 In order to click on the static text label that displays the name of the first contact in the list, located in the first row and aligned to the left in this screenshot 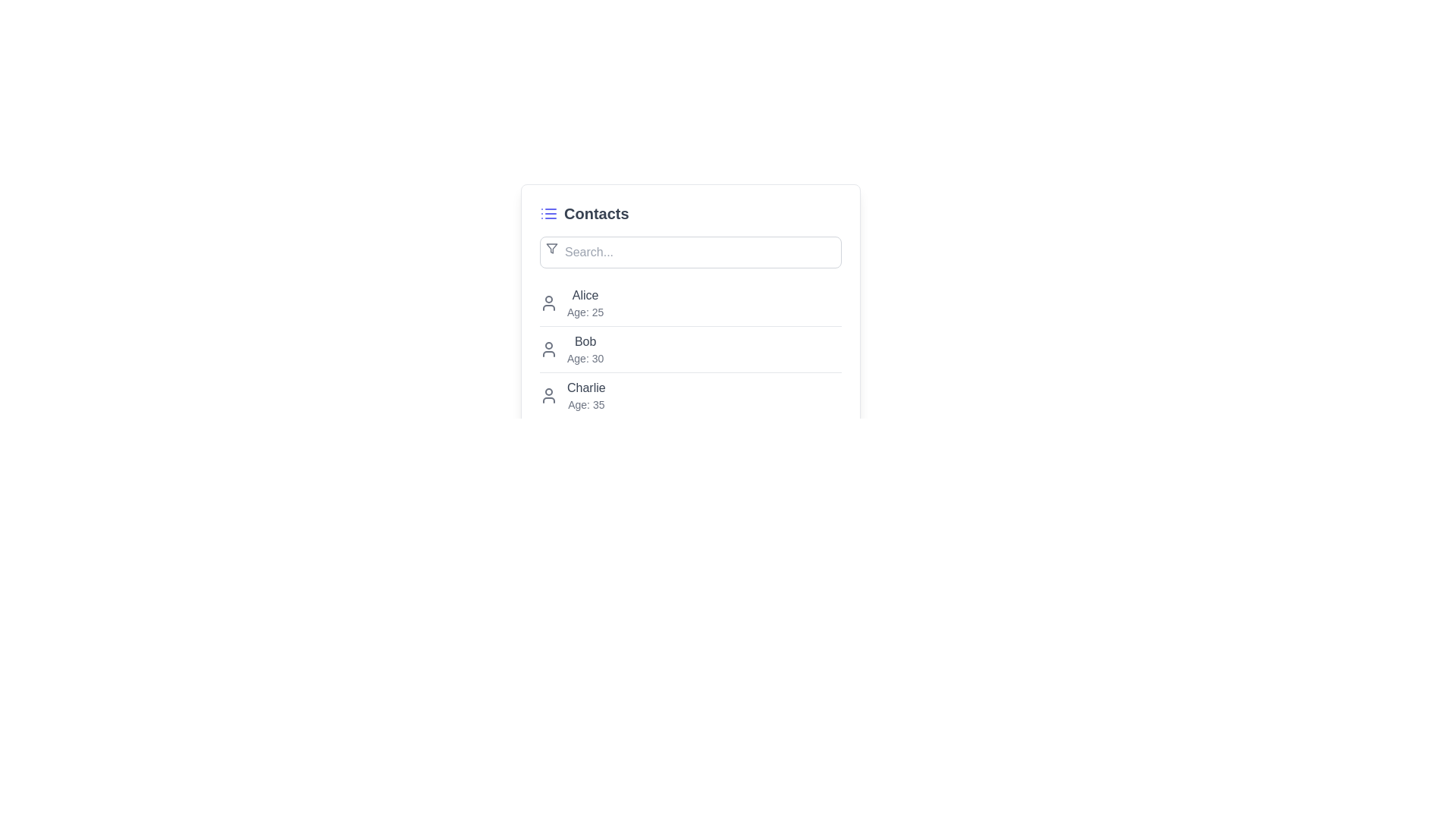, I will do `click(585, 295)`.